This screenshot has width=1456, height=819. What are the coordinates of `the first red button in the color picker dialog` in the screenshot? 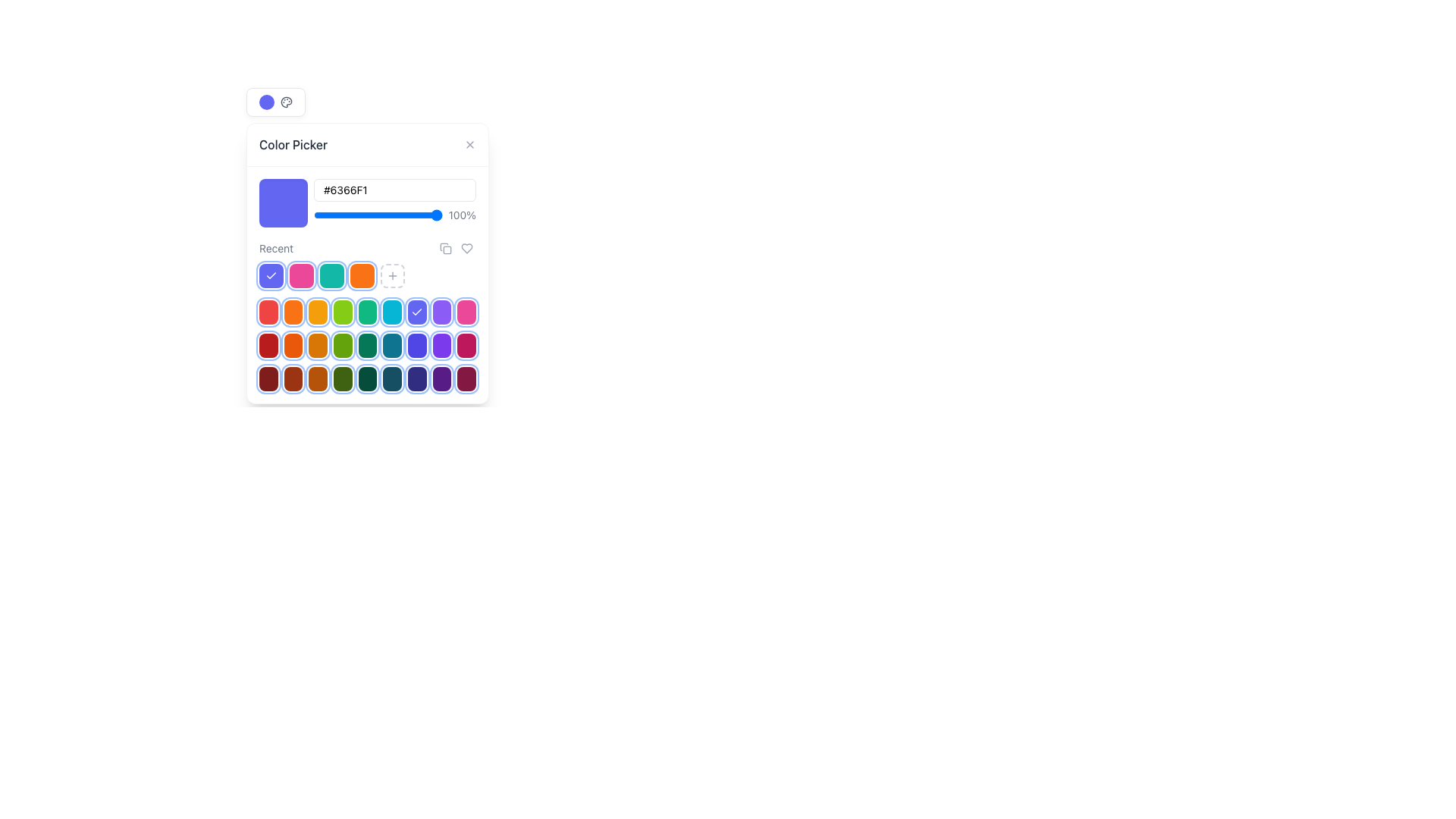 It's located at (268, 345).